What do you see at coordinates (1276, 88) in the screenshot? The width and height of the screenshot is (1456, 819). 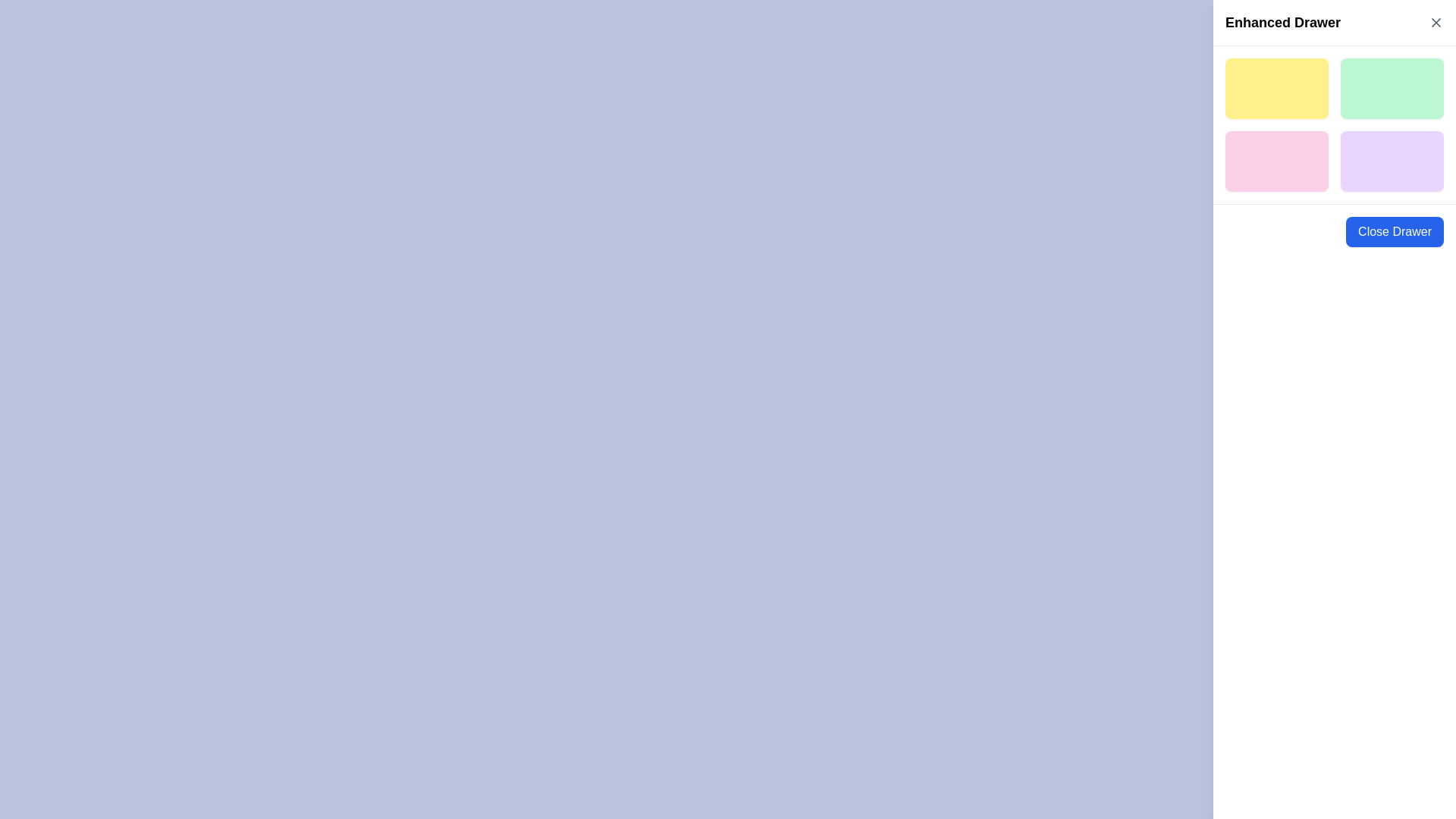 I see `the decorative block located in the top-left corner of a 2x2 grid, which has no interactive functionality` at bounding box center [1276, 88].